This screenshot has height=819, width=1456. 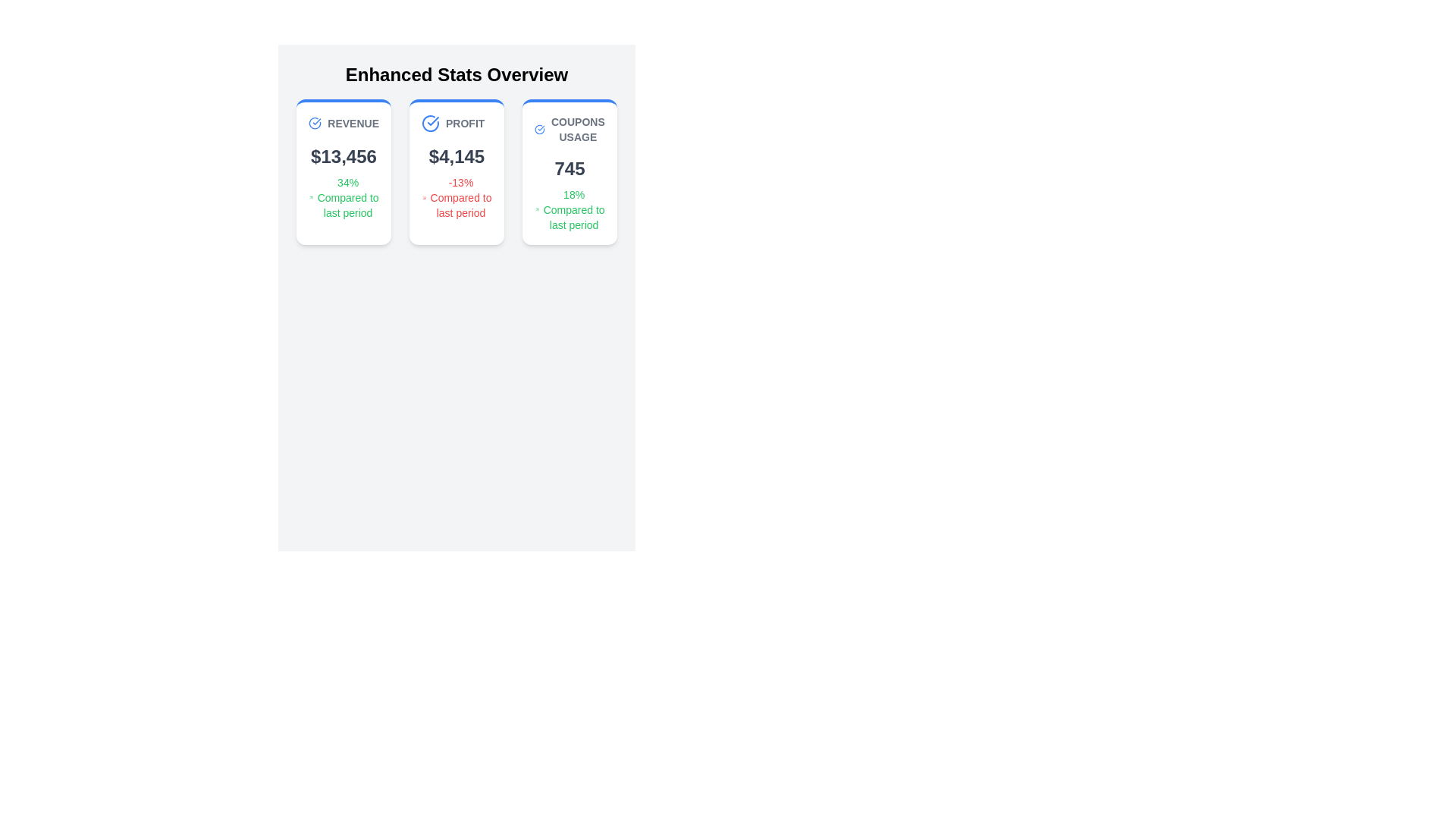 What do you see at coordinates (569, 194) in the screenshot?
I see `the Statistical Display element that shows the large bold '745' and the smaller green '18% Compared to last period' with an upward arrow icon, located in the third card labeled 'COUPONS USAGE'` at bounding box center [569, 194].